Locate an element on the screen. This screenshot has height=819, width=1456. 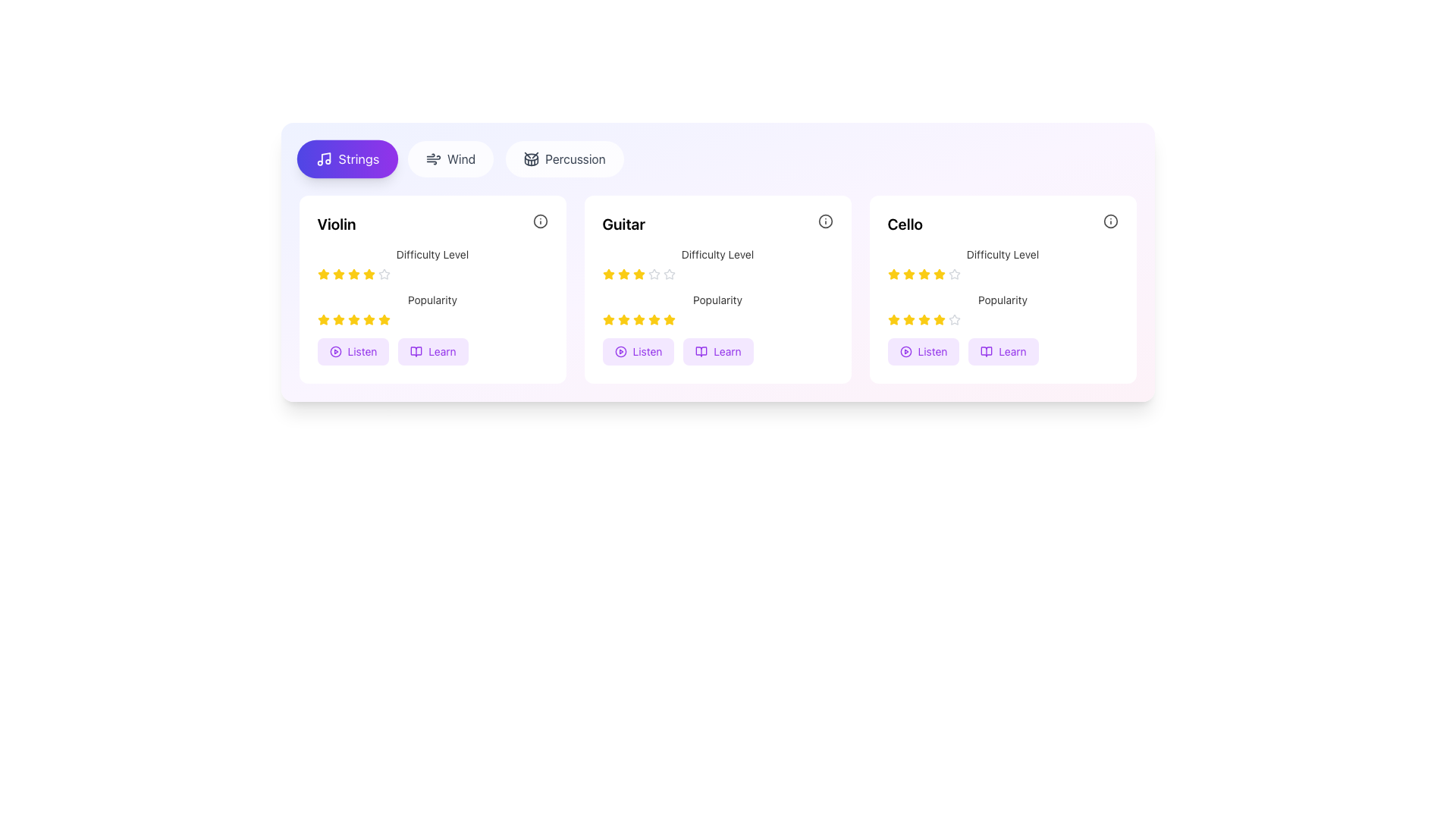
the wind category icon, which is the first graphical icon in the horizontal navigation section below the header, located to the left of the 'Wind' label is located at coordinates (432, 158).